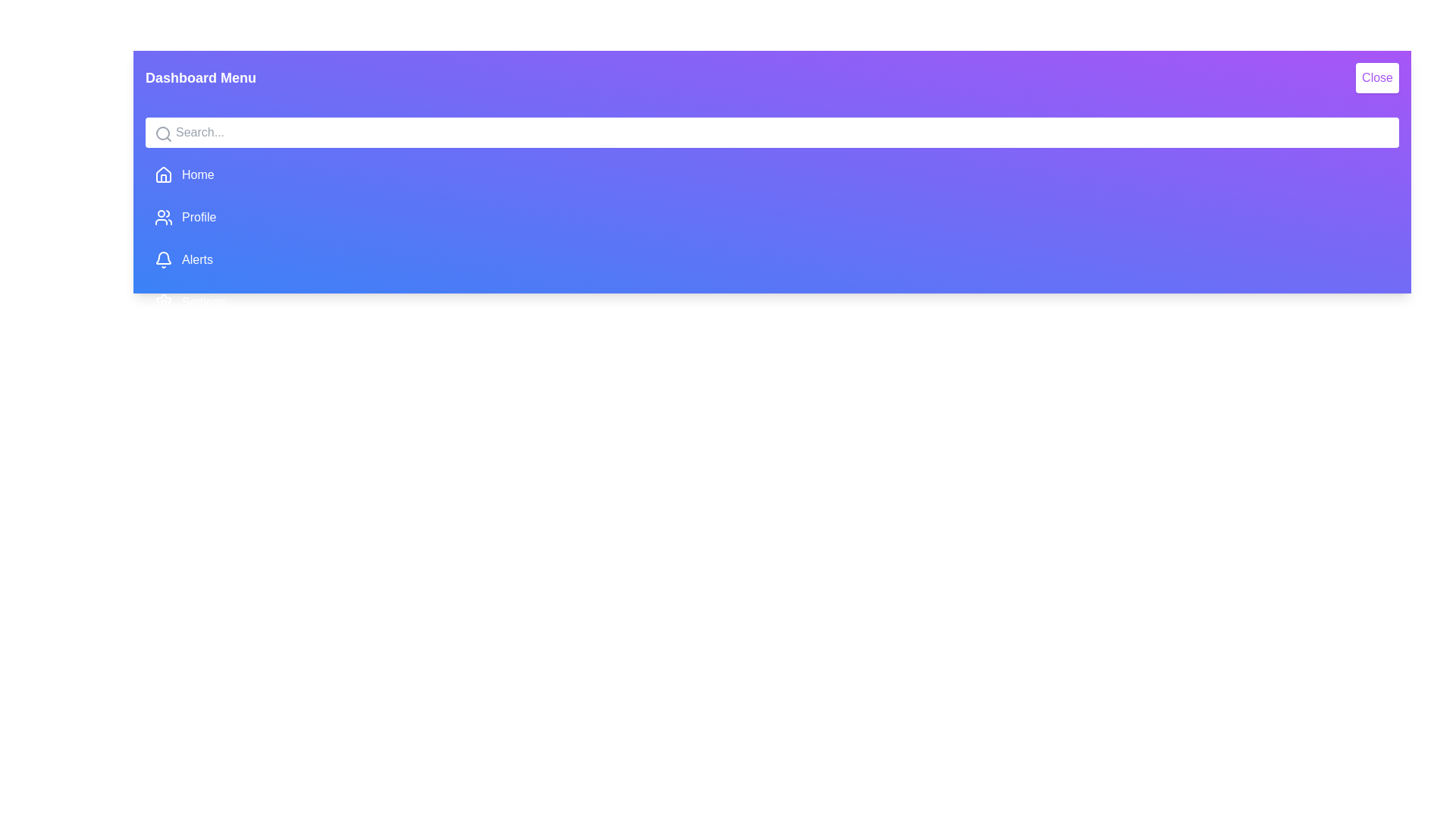  Describe the element at coordinates (164, 217) in the screenshot. I see `the group of people icon located to the left of the 'Profile' label, which is styled with a thin, curvilinear black stroke and consists of two overlapping circular shapes` at that location.